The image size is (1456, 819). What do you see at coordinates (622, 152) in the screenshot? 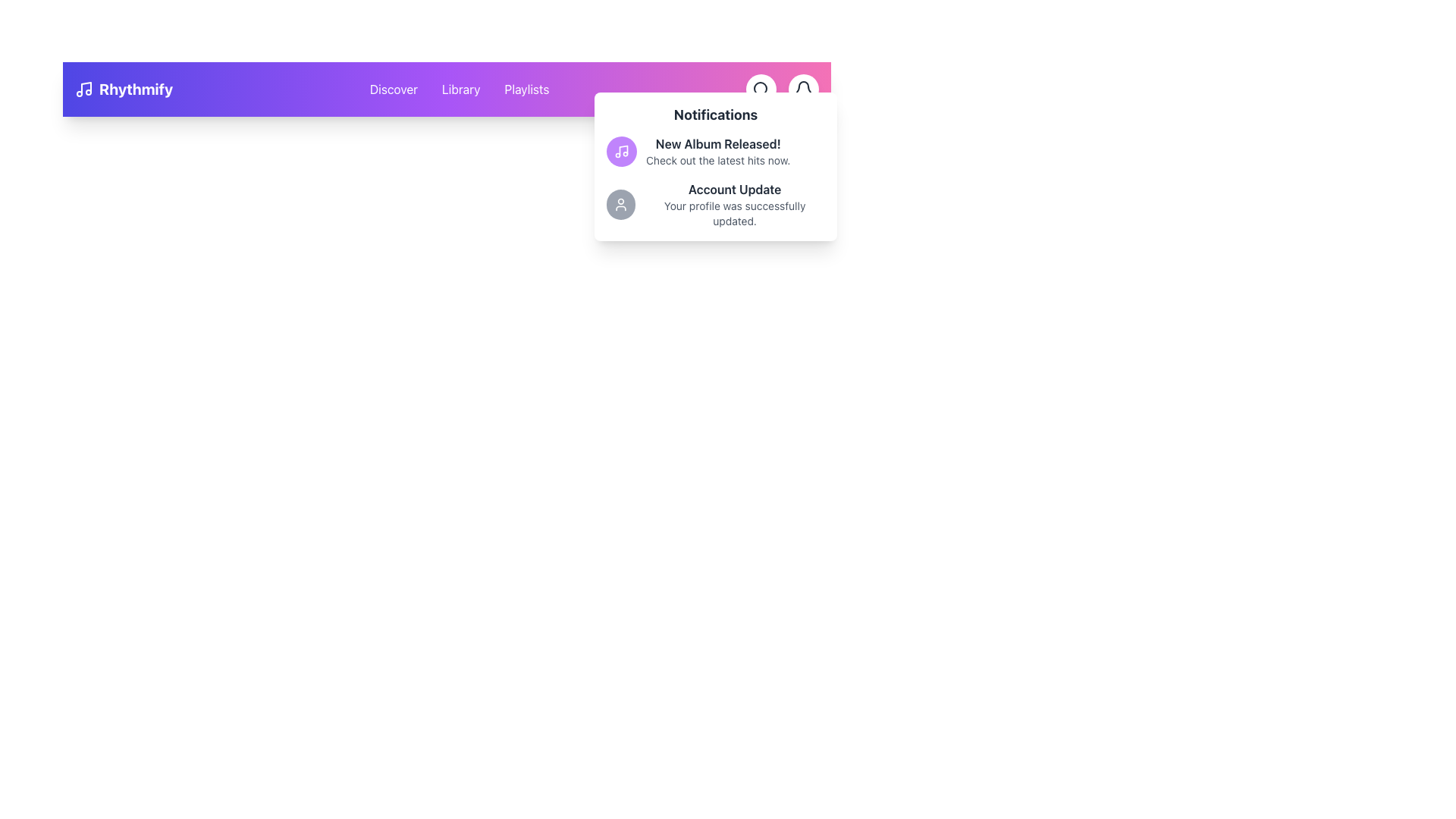
I see `the music notification icon located at the top-left corner of the notification box announcing 'New Album Released!'` at bounding box center [622, 152].